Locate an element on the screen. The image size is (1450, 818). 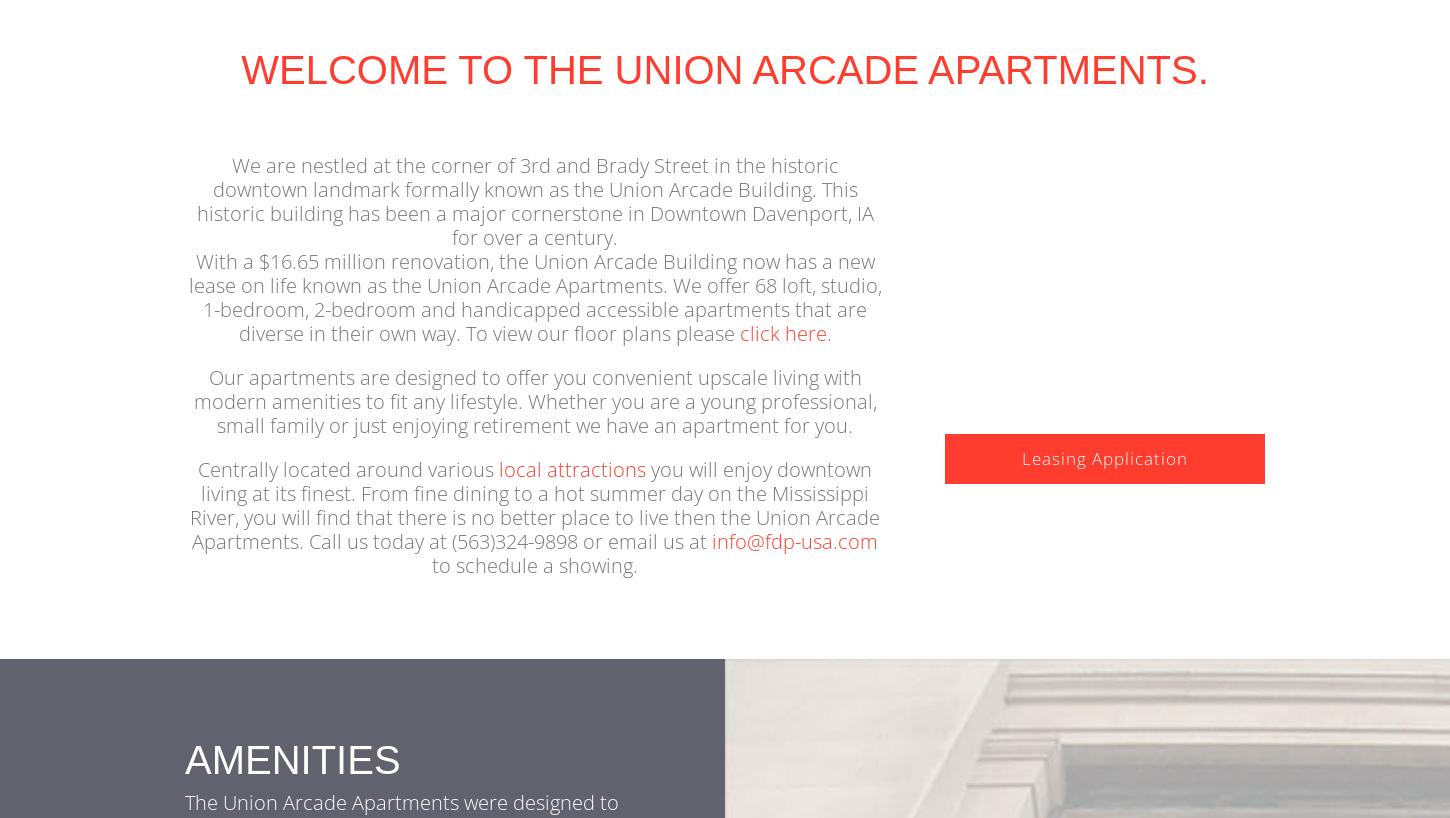
'We are nestled at the corner of 3rd and Brady Street in the historic downtown landmark formally known as the Union Arcade Building. This historic building has been a major cornerstone in Downtown Davenport, IA for over a century.' is located at coordinates (195, 231).